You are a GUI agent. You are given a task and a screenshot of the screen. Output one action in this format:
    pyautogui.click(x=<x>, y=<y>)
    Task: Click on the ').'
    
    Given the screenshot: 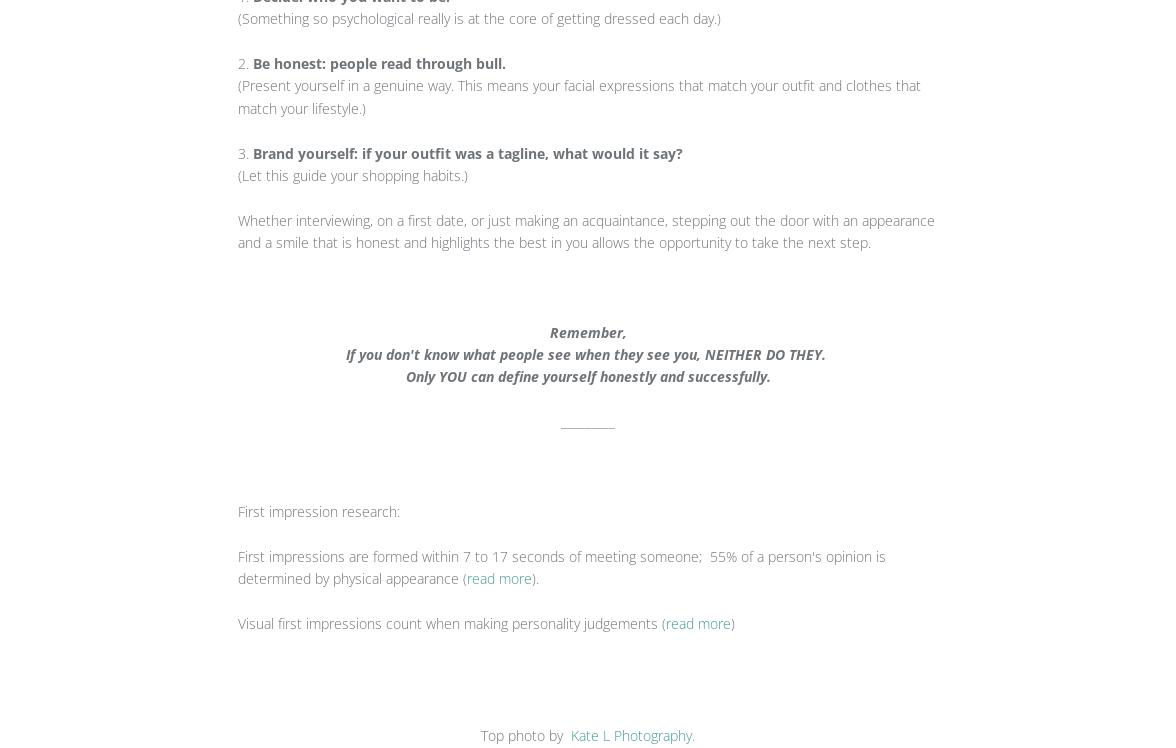 What is the action you would take?
    pyautogui.click(x=535, y=577)
    